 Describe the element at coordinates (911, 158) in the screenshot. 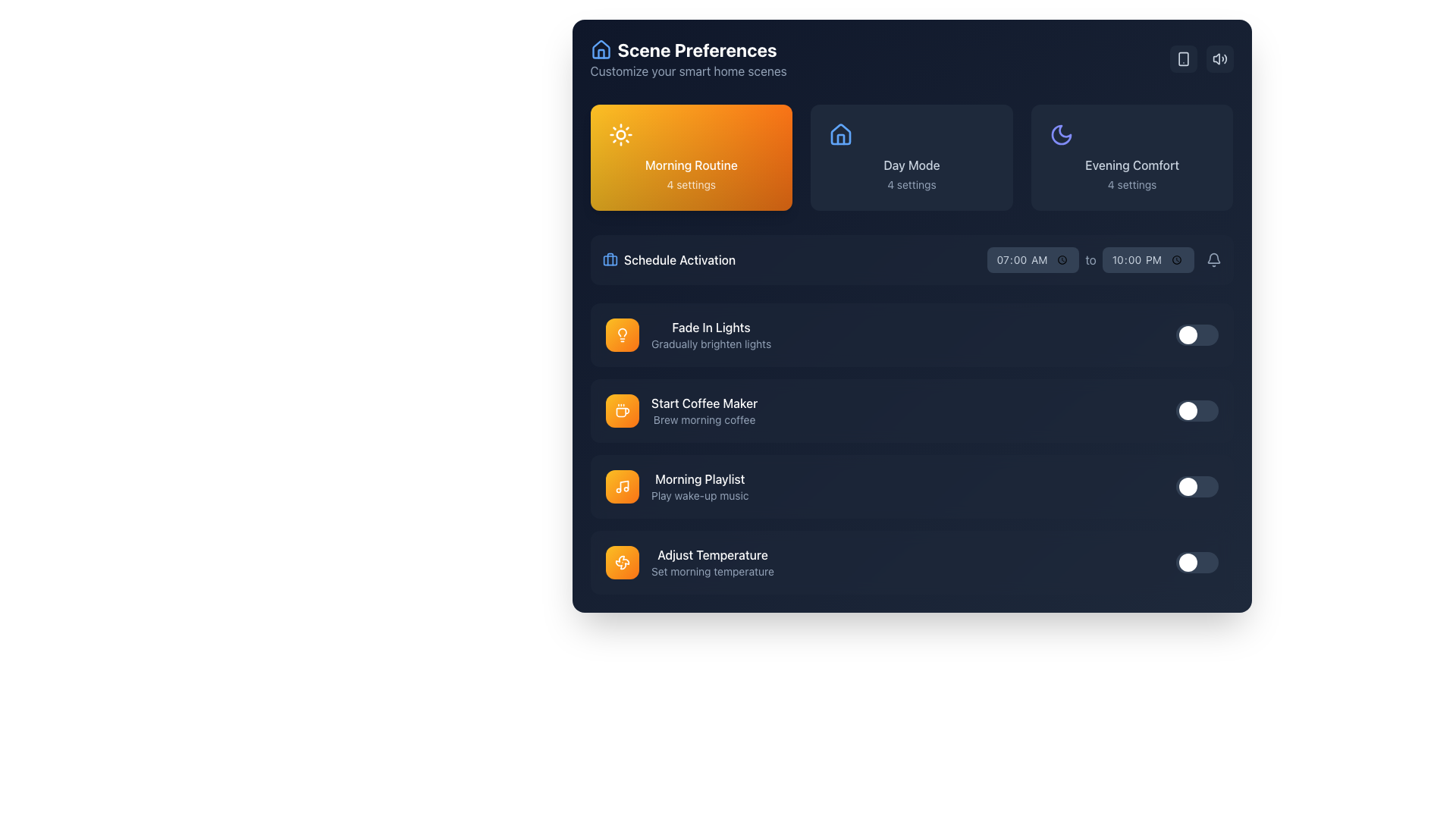

I see `the 'Day Mode' interactive card in the 'Scene Preferences' menu` at that location.